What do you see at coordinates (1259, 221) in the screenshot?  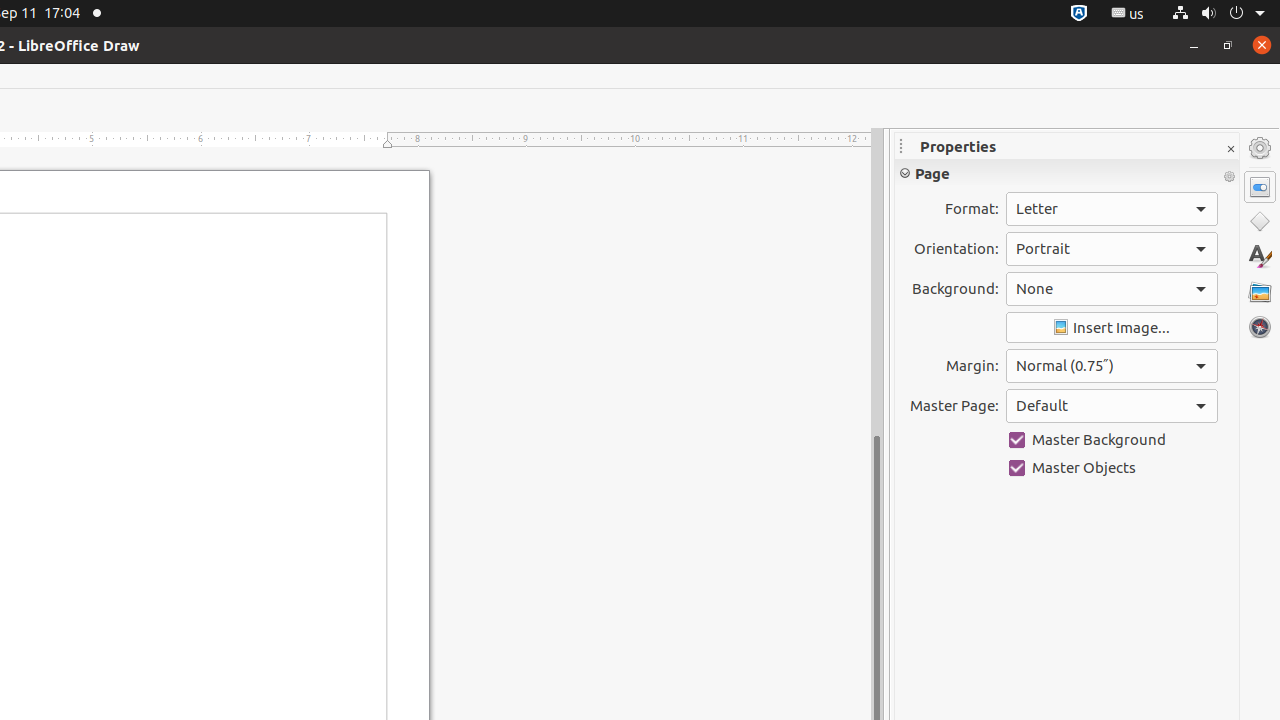 I see `'Shapes'` at bounding box center [1259, 221].